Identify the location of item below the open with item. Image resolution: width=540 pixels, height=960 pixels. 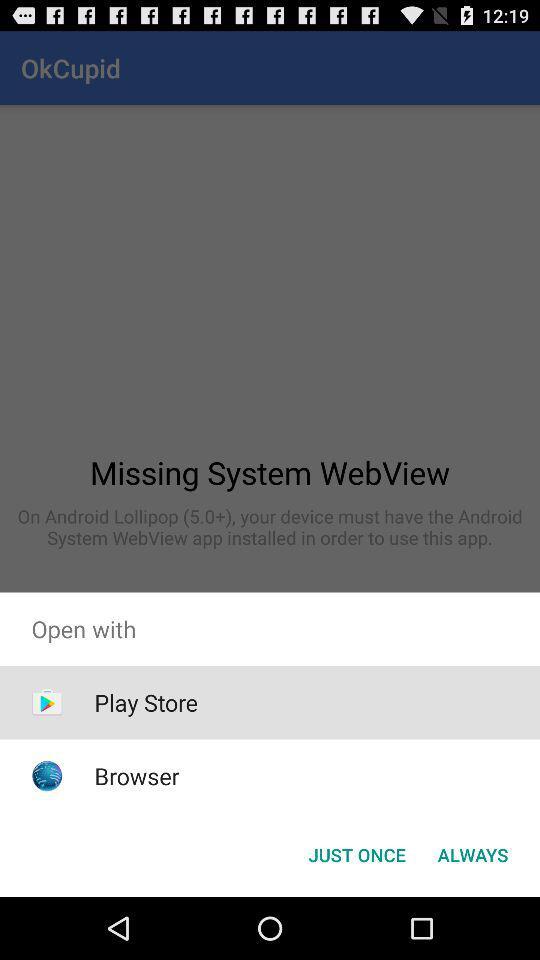
(472, 853).